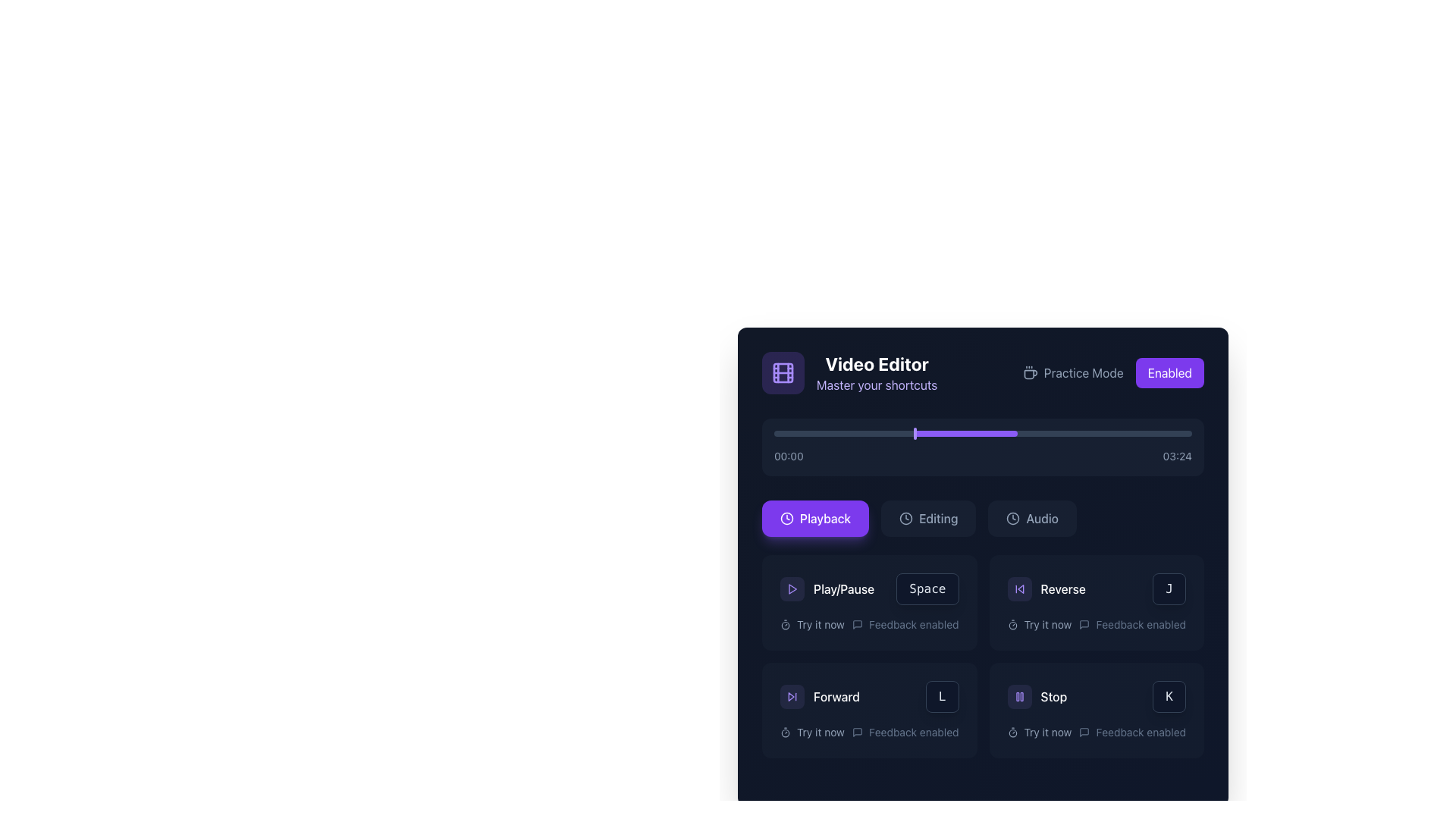 The width and height of the screenshot is (1456, 819). I want to click on the 'Stop' button in the lower right panel of the media playback interface, so click(1036, 696).